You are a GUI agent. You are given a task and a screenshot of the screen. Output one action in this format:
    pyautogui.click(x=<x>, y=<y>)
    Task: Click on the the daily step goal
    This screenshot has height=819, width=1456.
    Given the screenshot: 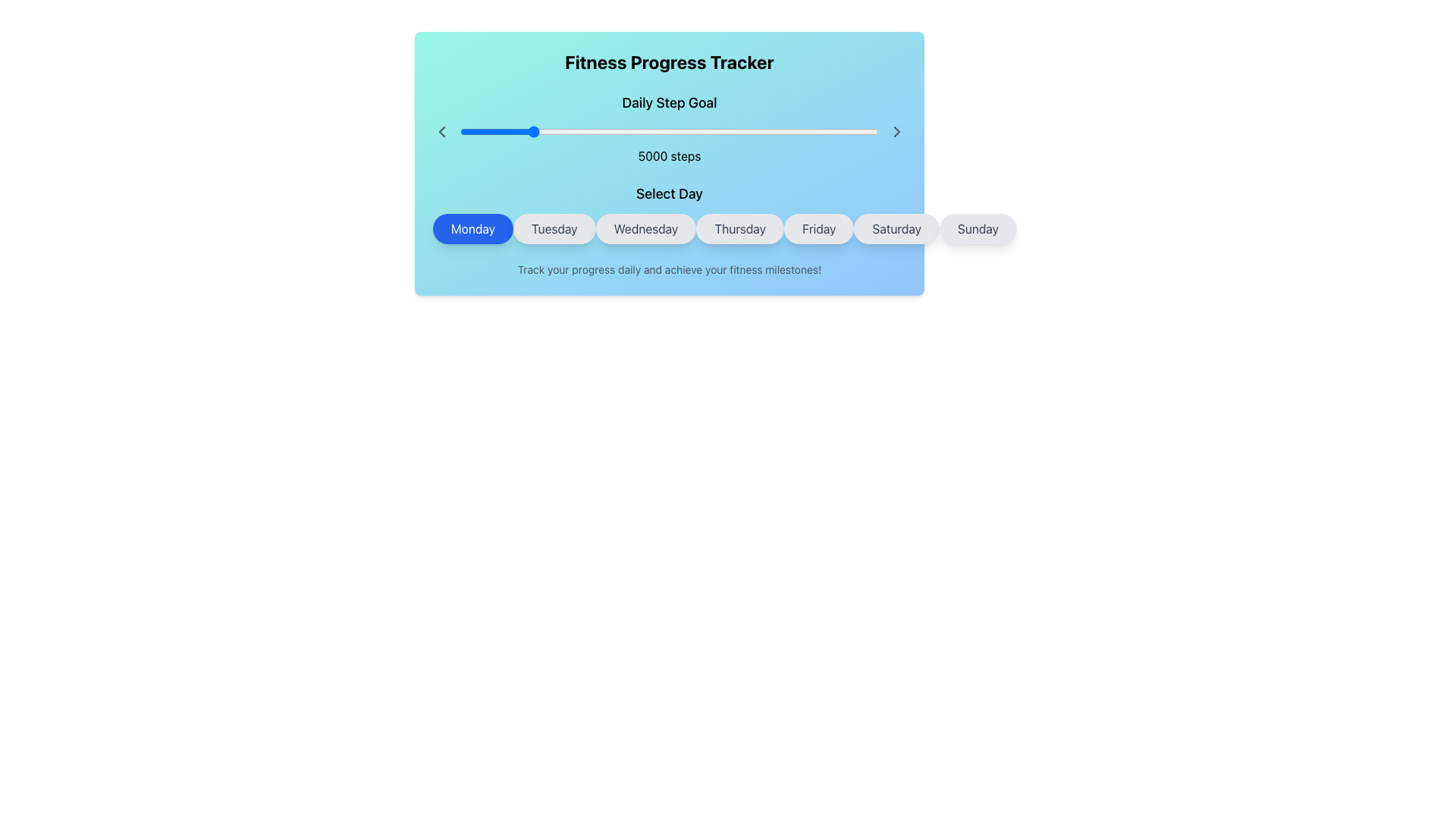 What is the action you would take?
    pyautogui.click(x=585, y=130)
    